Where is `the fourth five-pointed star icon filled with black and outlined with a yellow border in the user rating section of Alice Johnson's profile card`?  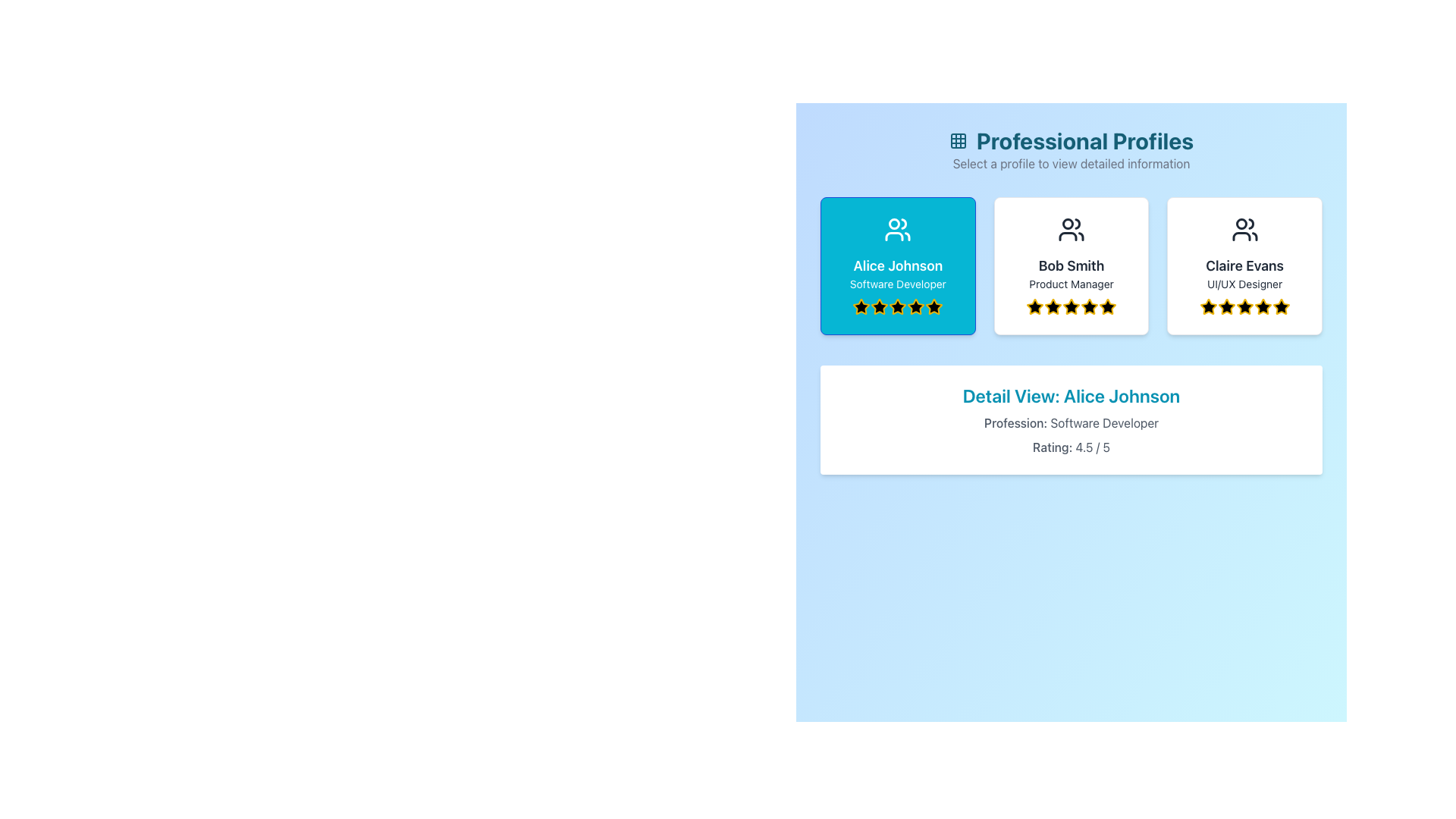 the fourth five-pointed star icon filled with black and outlined with a yellow border in the user rating section of Alice Johnson's profile card is located at coordinates (898, 306).